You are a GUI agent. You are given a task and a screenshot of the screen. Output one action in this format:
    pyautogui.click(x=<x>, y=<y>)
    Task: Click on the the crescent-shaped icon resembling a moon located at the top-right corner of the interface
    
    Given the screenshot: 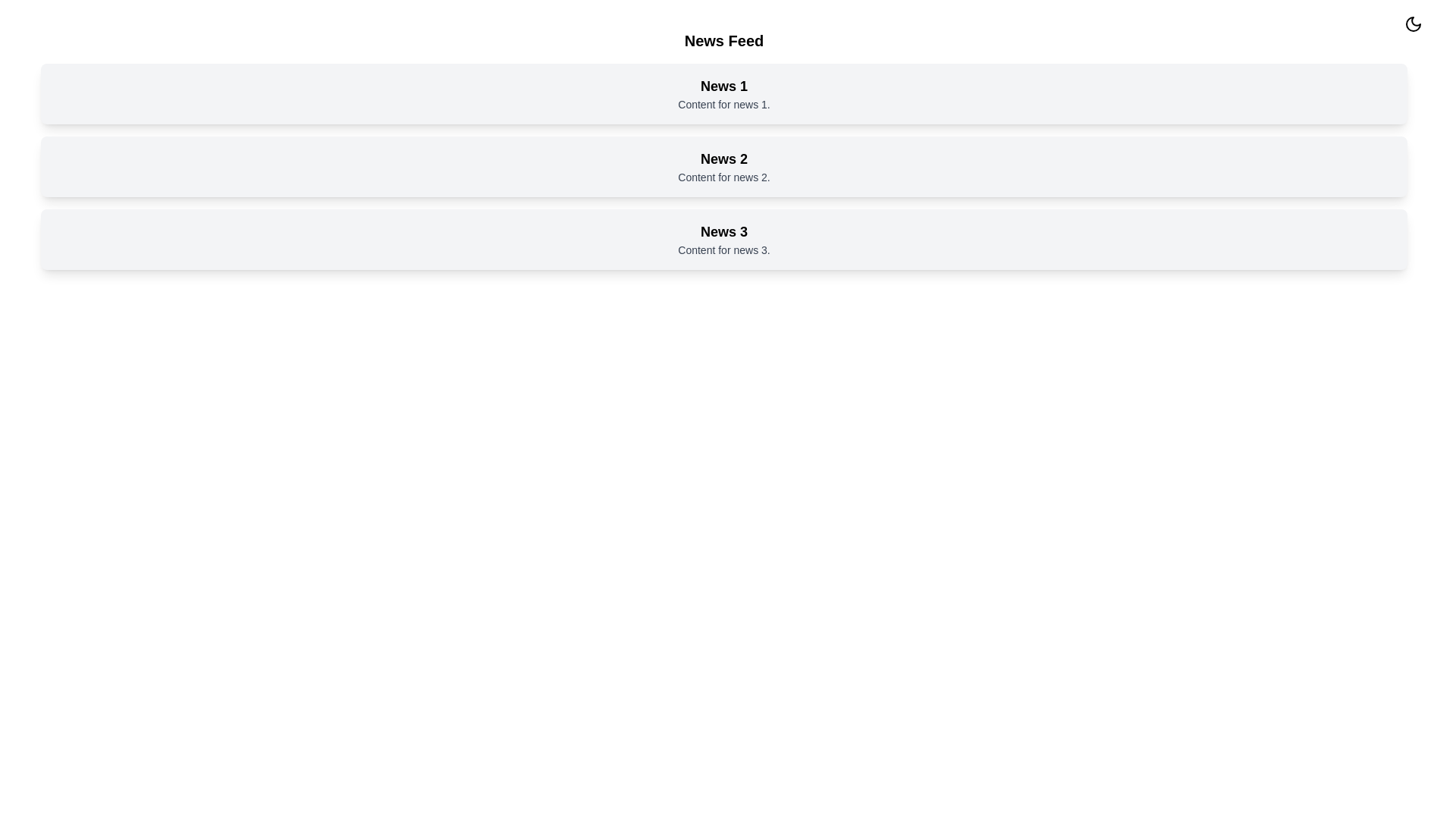 What is the action you would take?
    pyautogui.click(x=1412, y=24)
    